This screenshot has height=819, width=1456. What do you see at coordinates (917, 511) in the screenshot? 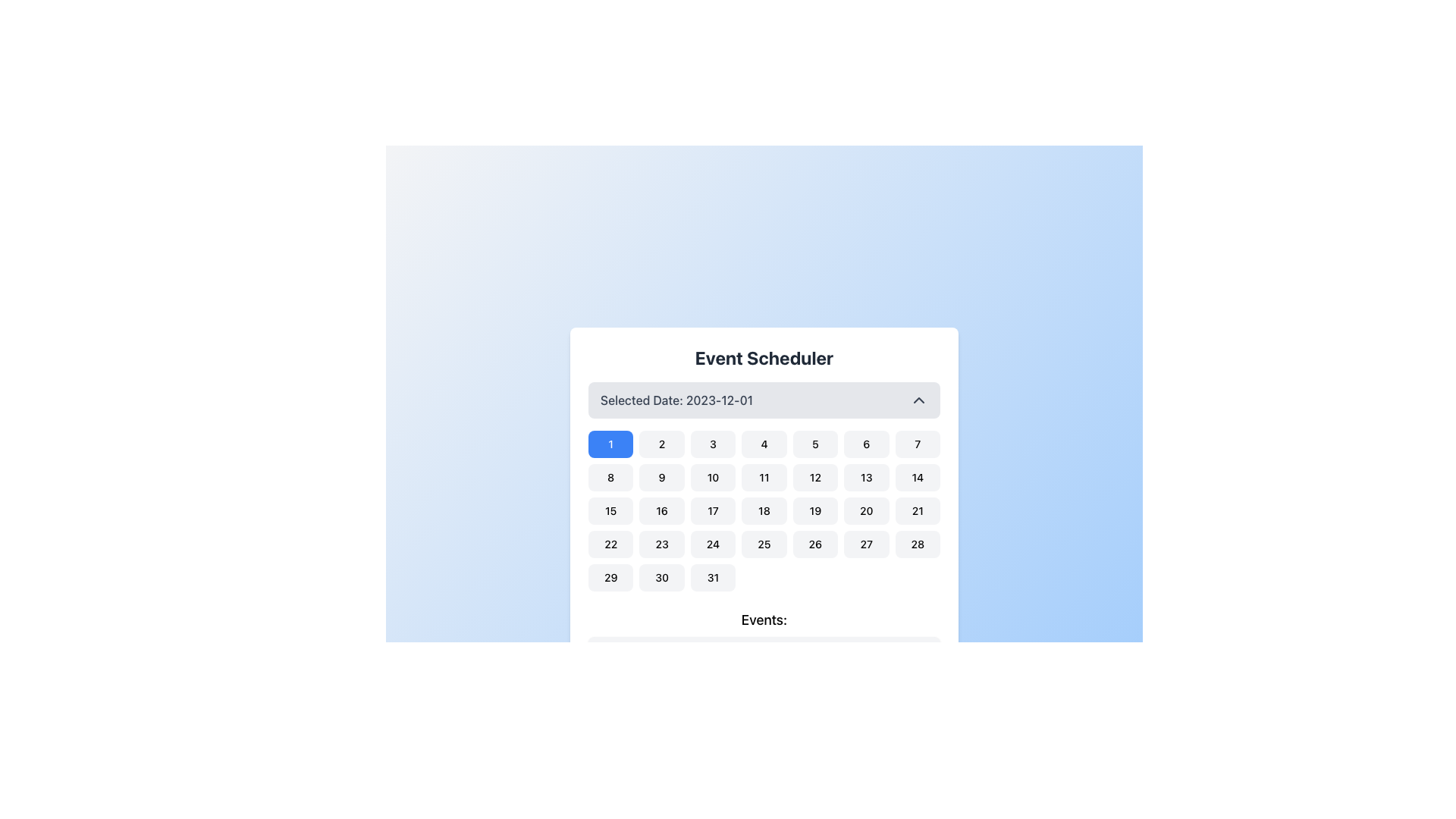
I see `the button displaying the number '21' in black text` at bounding box center [917, 511].